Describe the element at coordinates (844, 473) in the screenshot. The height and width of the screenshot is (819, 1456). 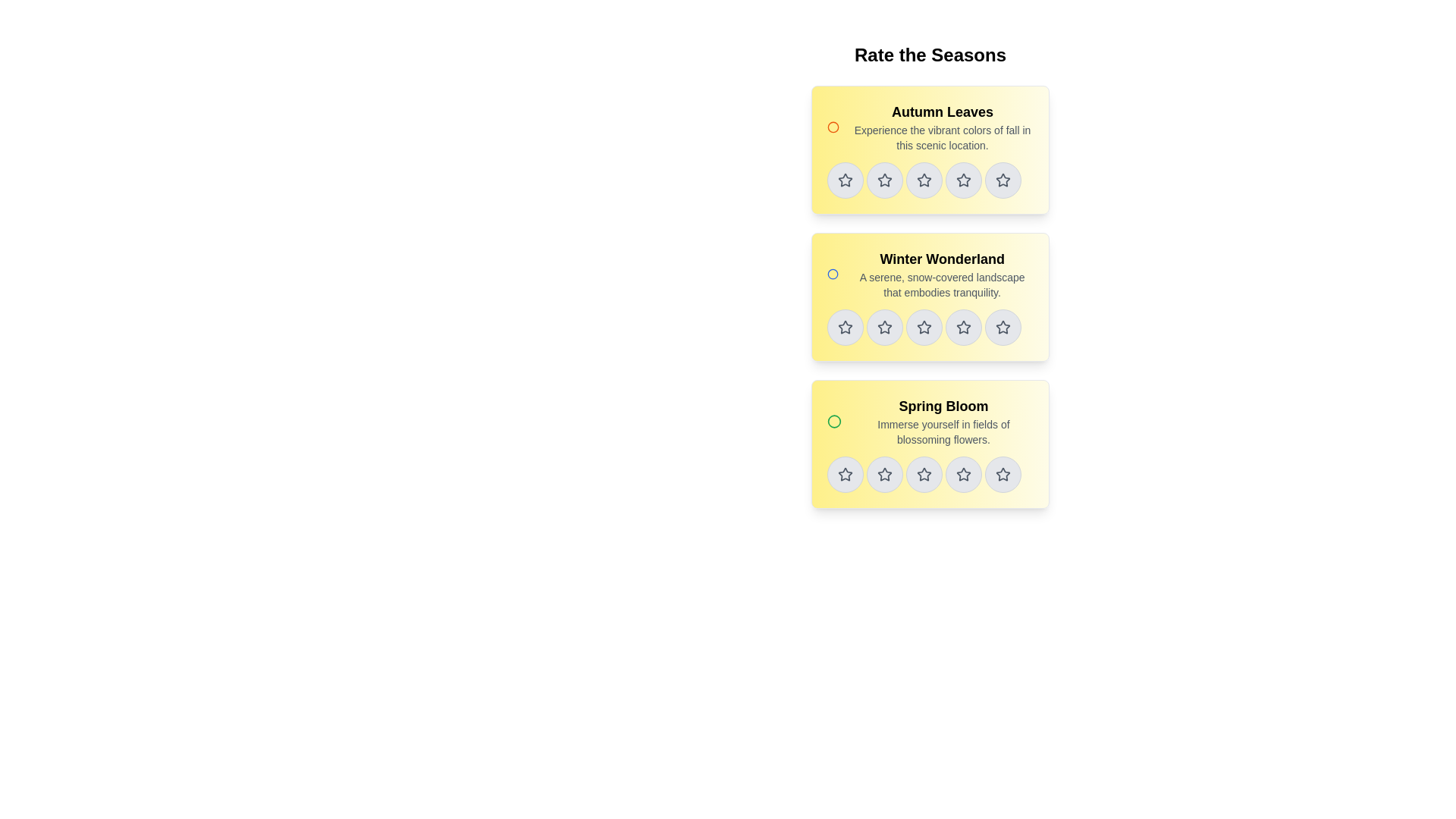
I see `the first star icon in the 'Spring Bloom' section to rate at level one` at that location.